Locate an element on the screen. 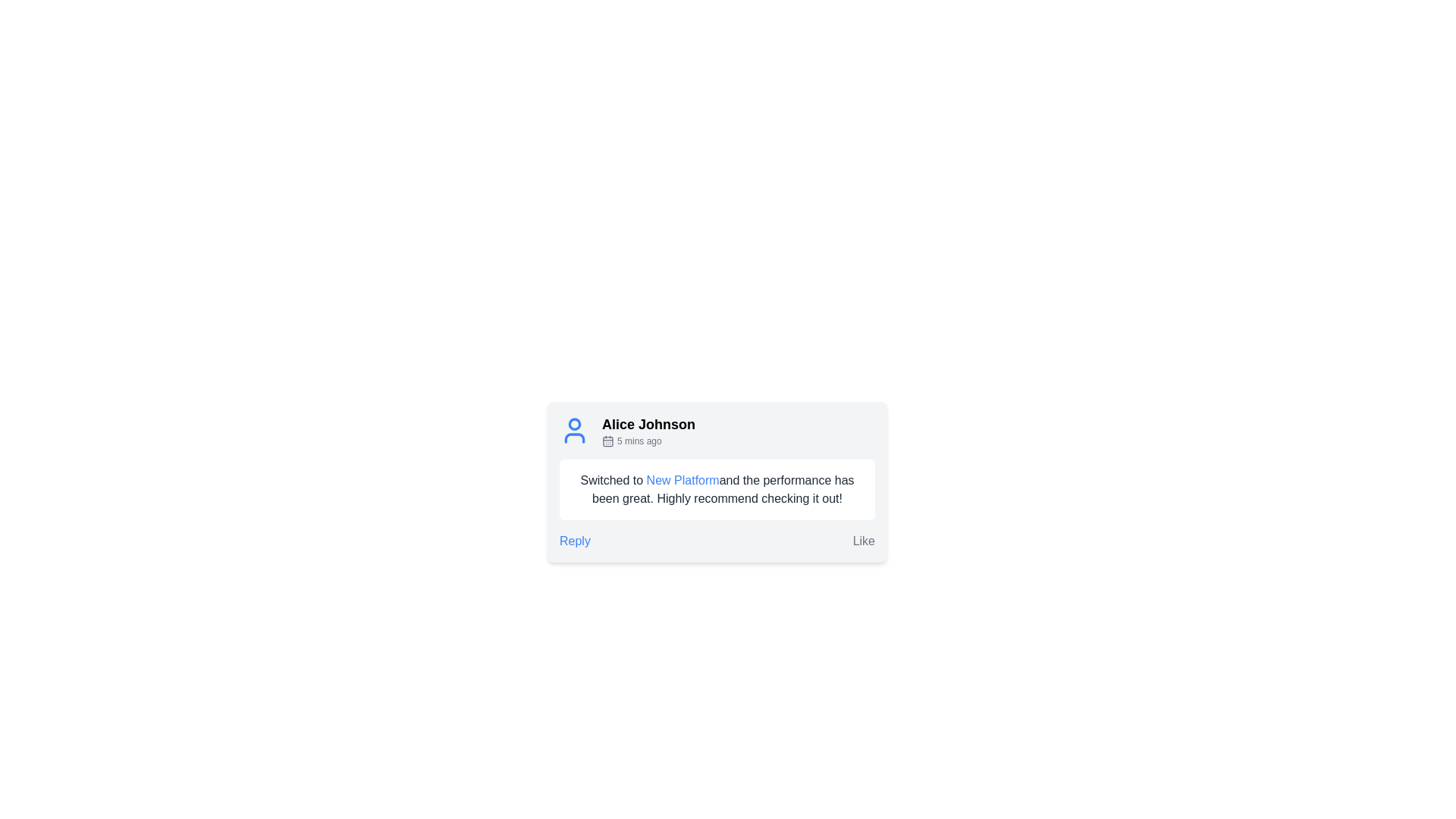  the timestamp text '5 mins ago' in small gray font, located beneath 'Alice Johnson' and to the right of the blue calendar icon is located at coordinates (648, 441).